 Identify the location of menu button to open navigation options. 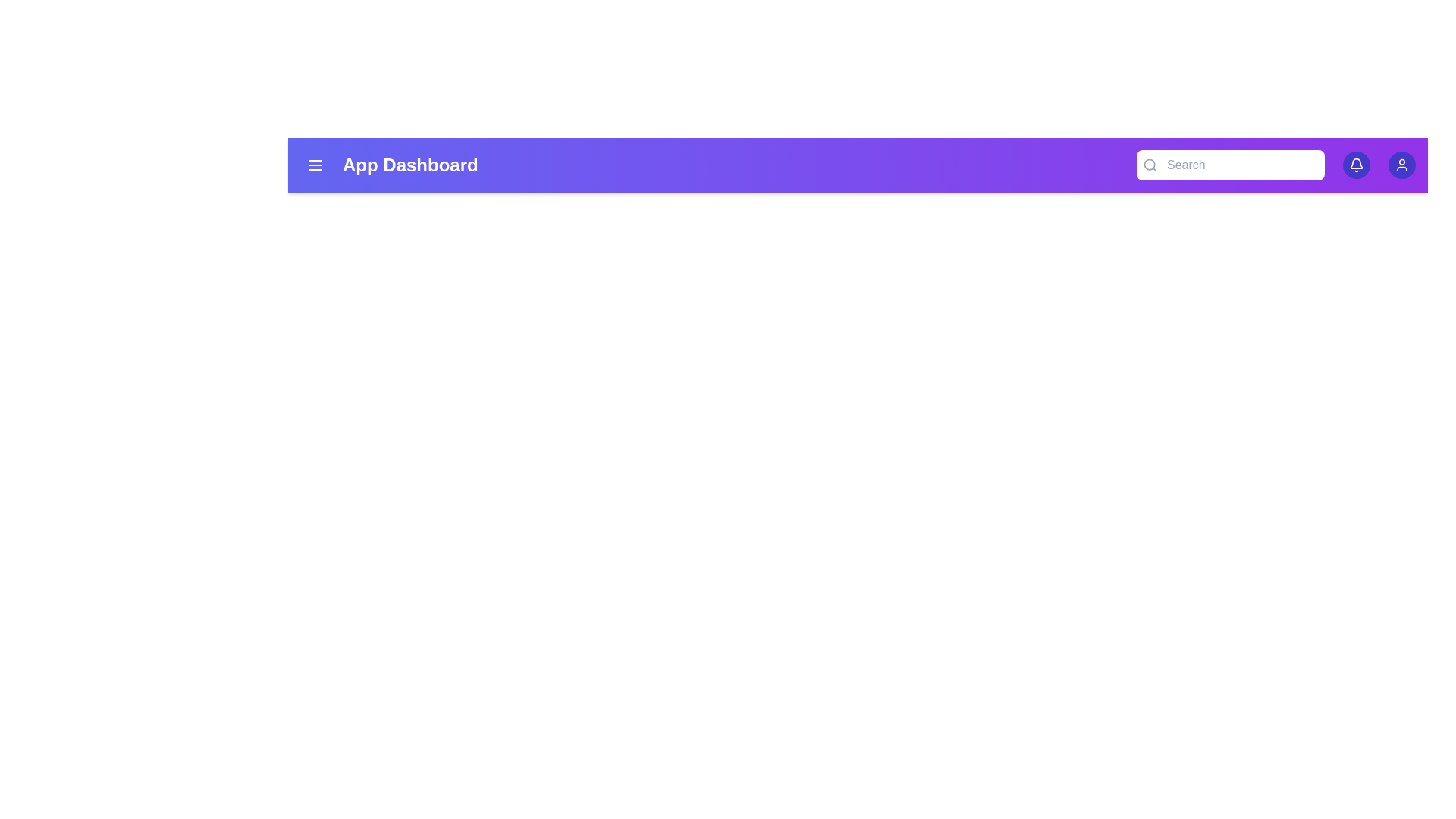
(315, 165).